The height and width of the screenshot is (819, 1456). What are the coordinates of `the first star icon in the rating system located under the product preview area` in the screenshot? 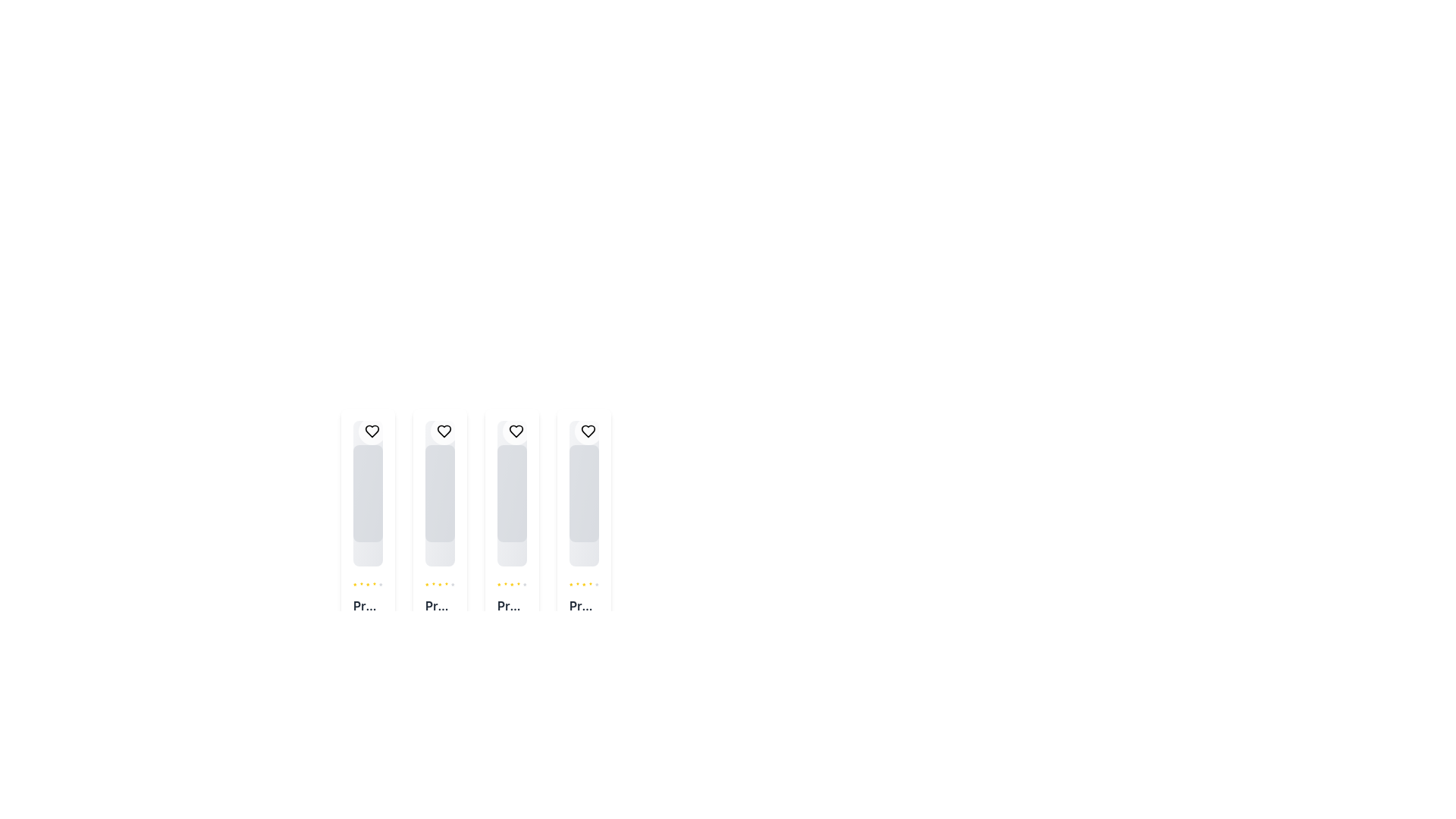 It's located at (426, 584).